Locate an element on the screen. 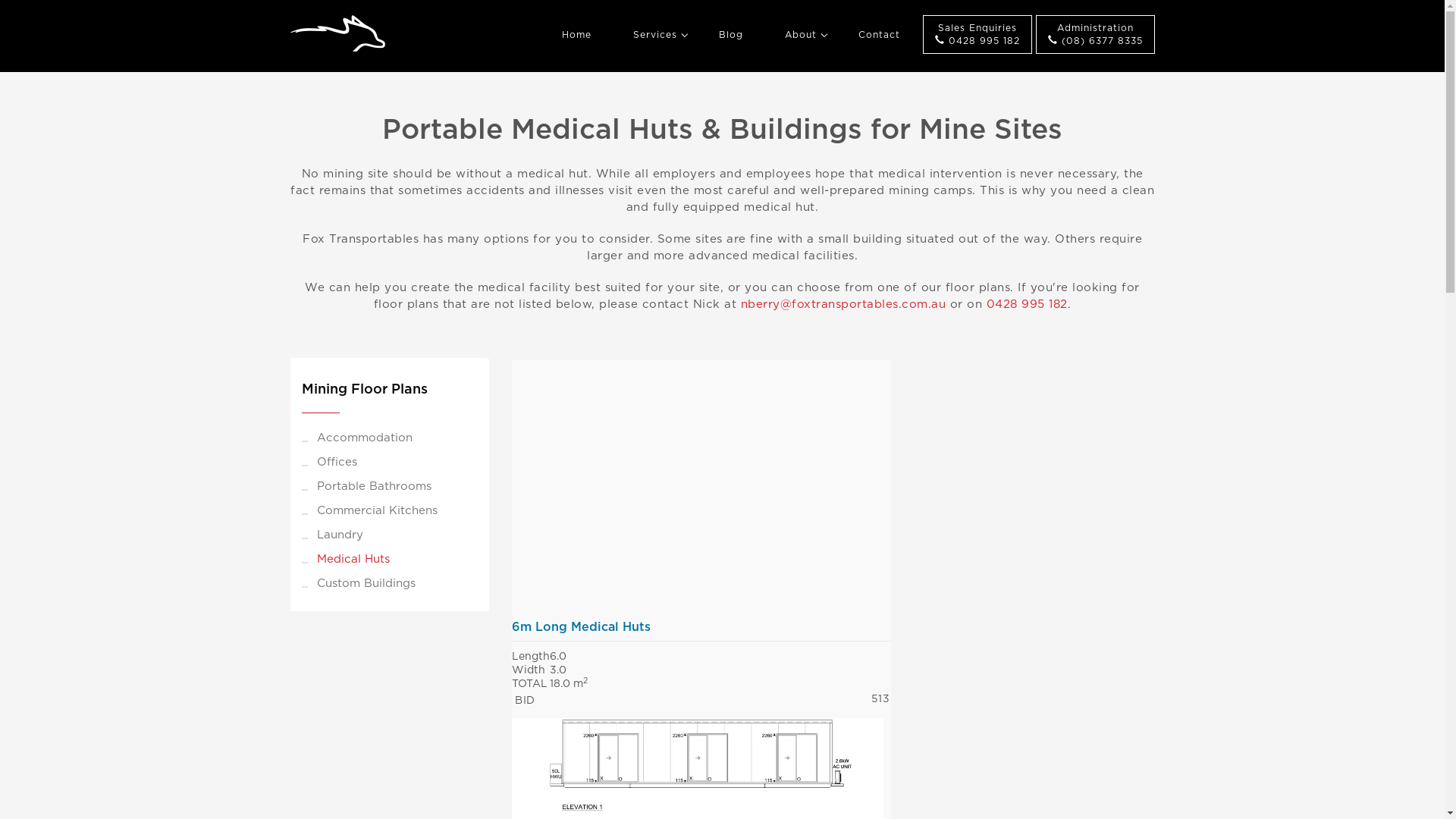 The height and width of the screenshot is (819, 1456). 'Sales Enquiries is located at coordinates (976, 34).